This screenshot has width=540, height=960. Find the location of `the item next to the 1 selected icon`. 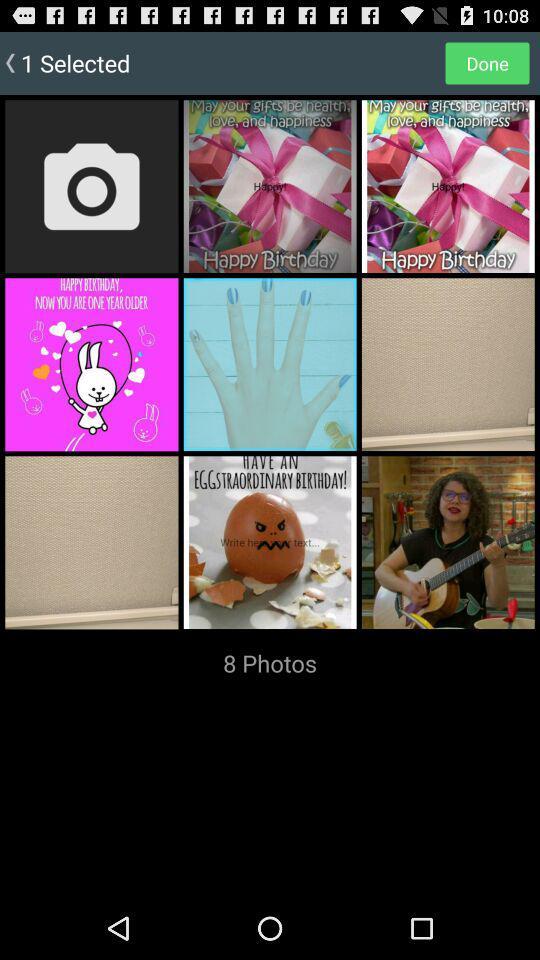

the item next to the 1 selected icon is located at coordinates (486, 62).